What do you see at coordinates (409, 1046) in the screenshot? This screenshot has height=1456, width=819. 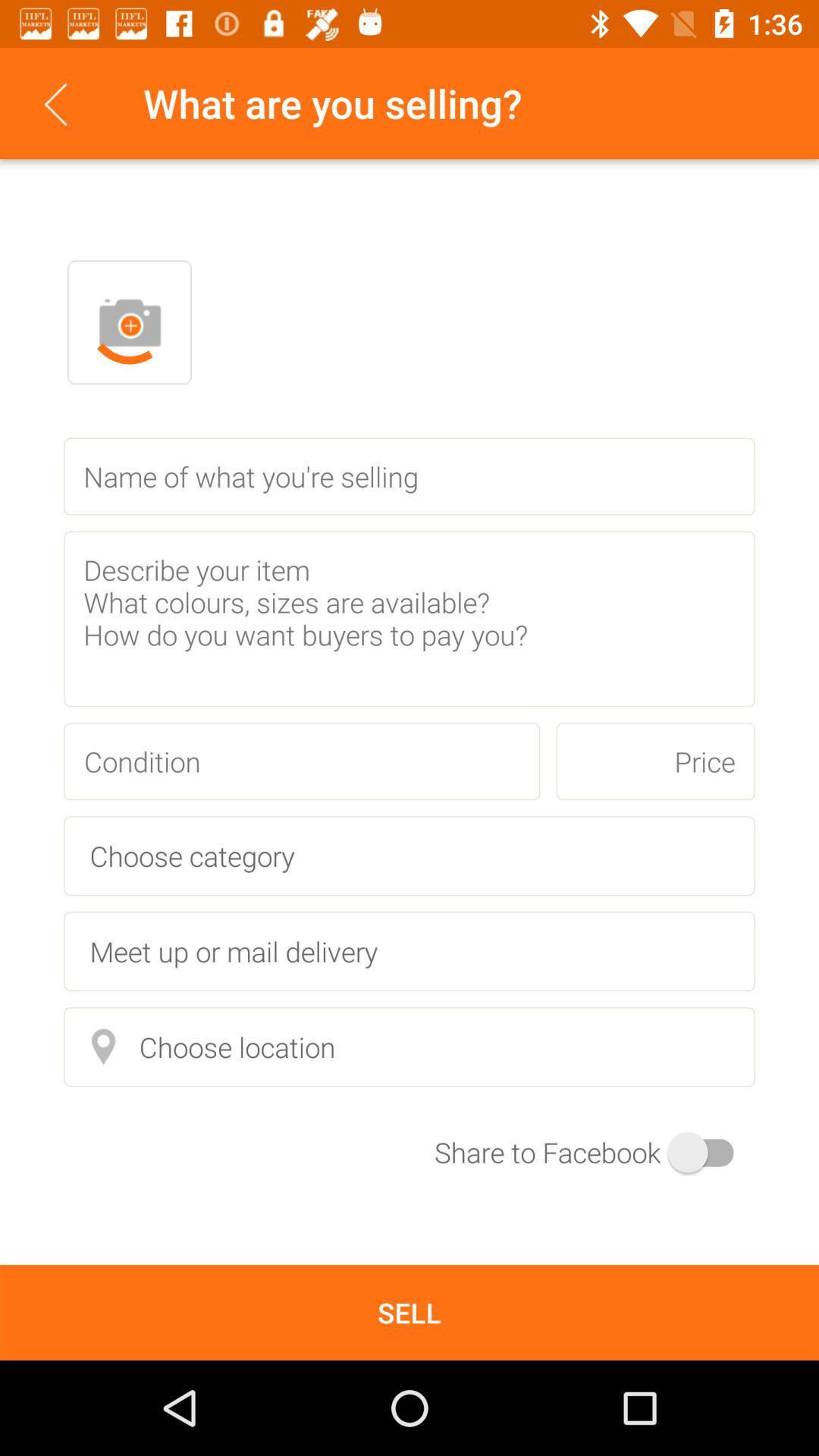 I see `item above the share to facebook` at bounding box center [409, 1046].